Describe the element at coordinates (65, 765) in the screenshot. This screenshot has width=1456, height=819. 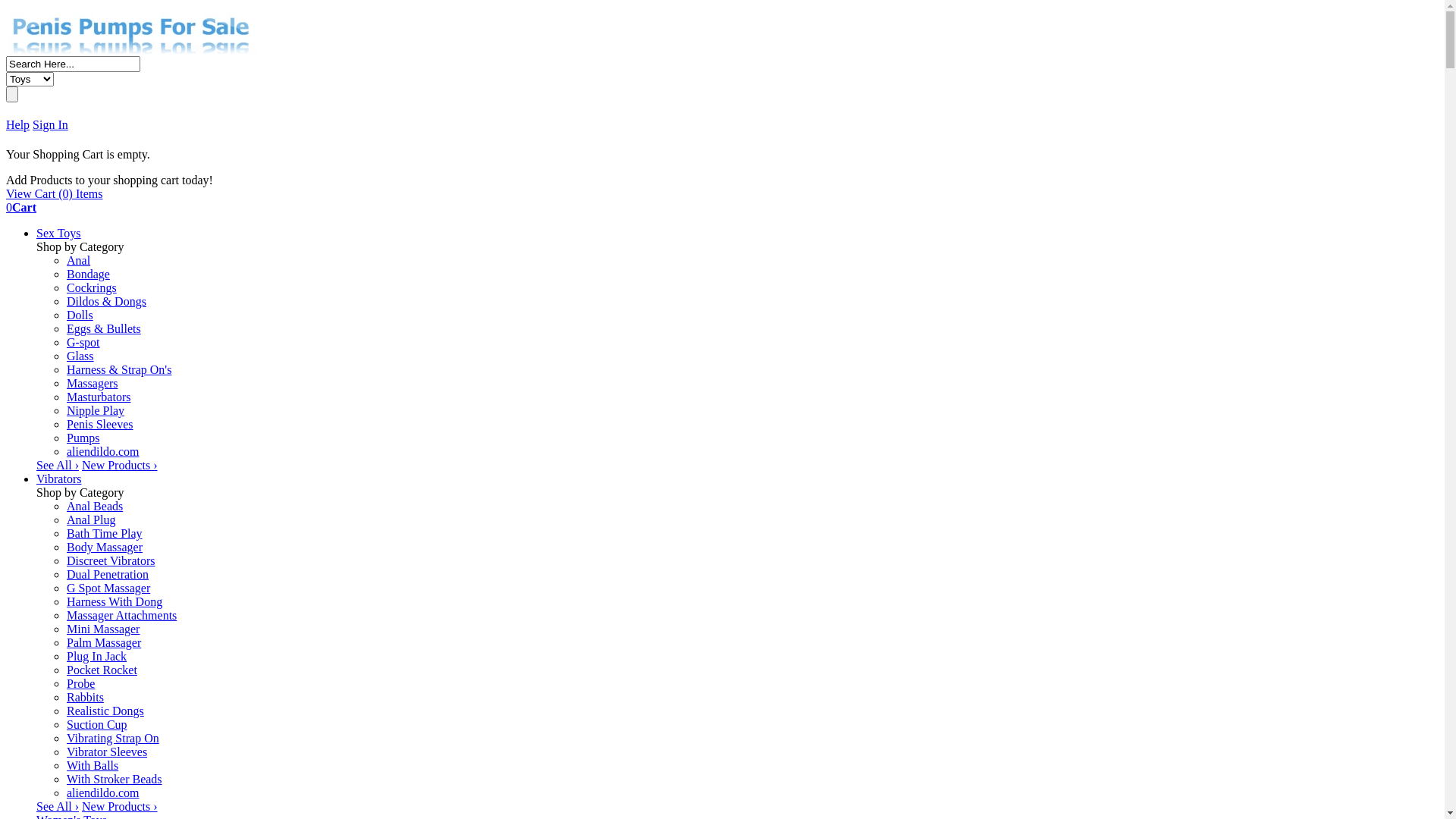
I see `'With Balls'` at that location.